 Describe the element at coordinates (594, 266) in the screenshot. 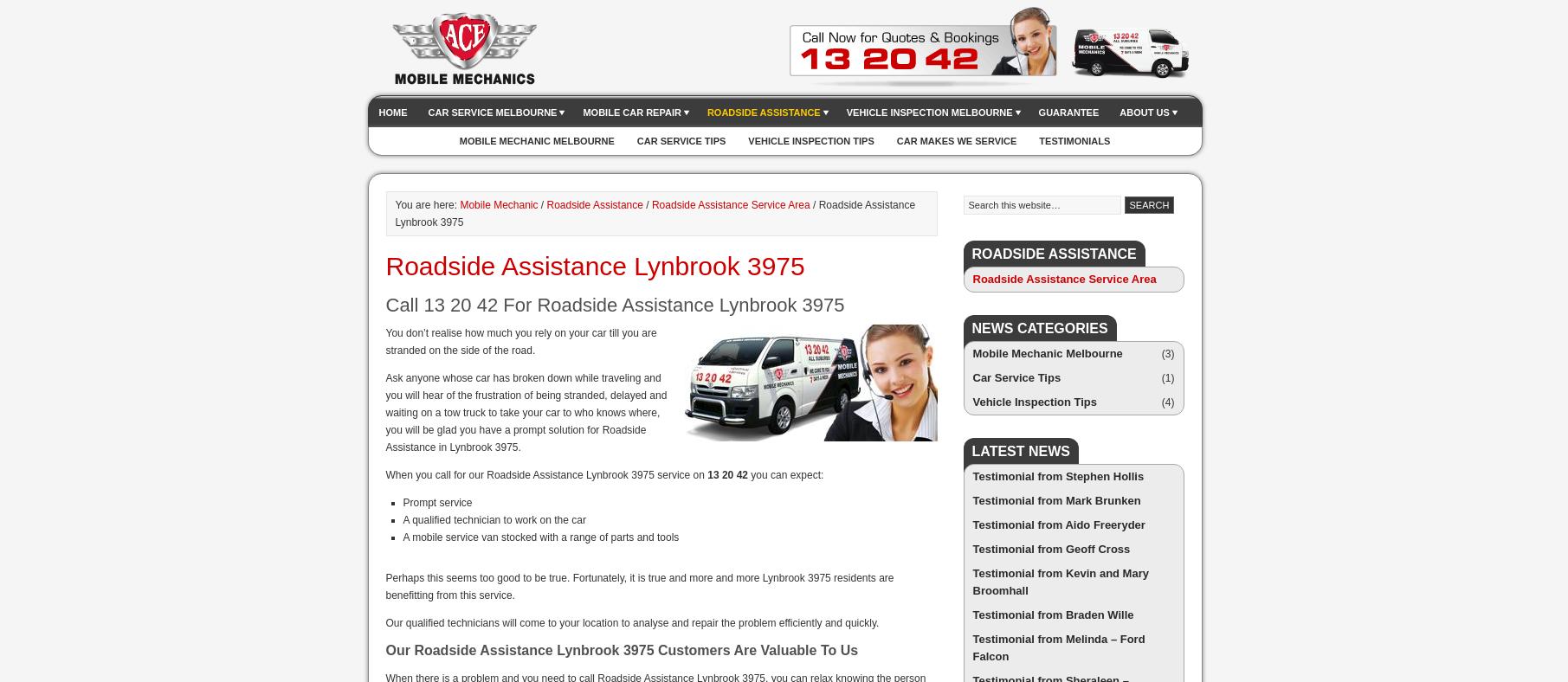

I see `'Roadside Assistance Lynbrook 3975'` at that location.